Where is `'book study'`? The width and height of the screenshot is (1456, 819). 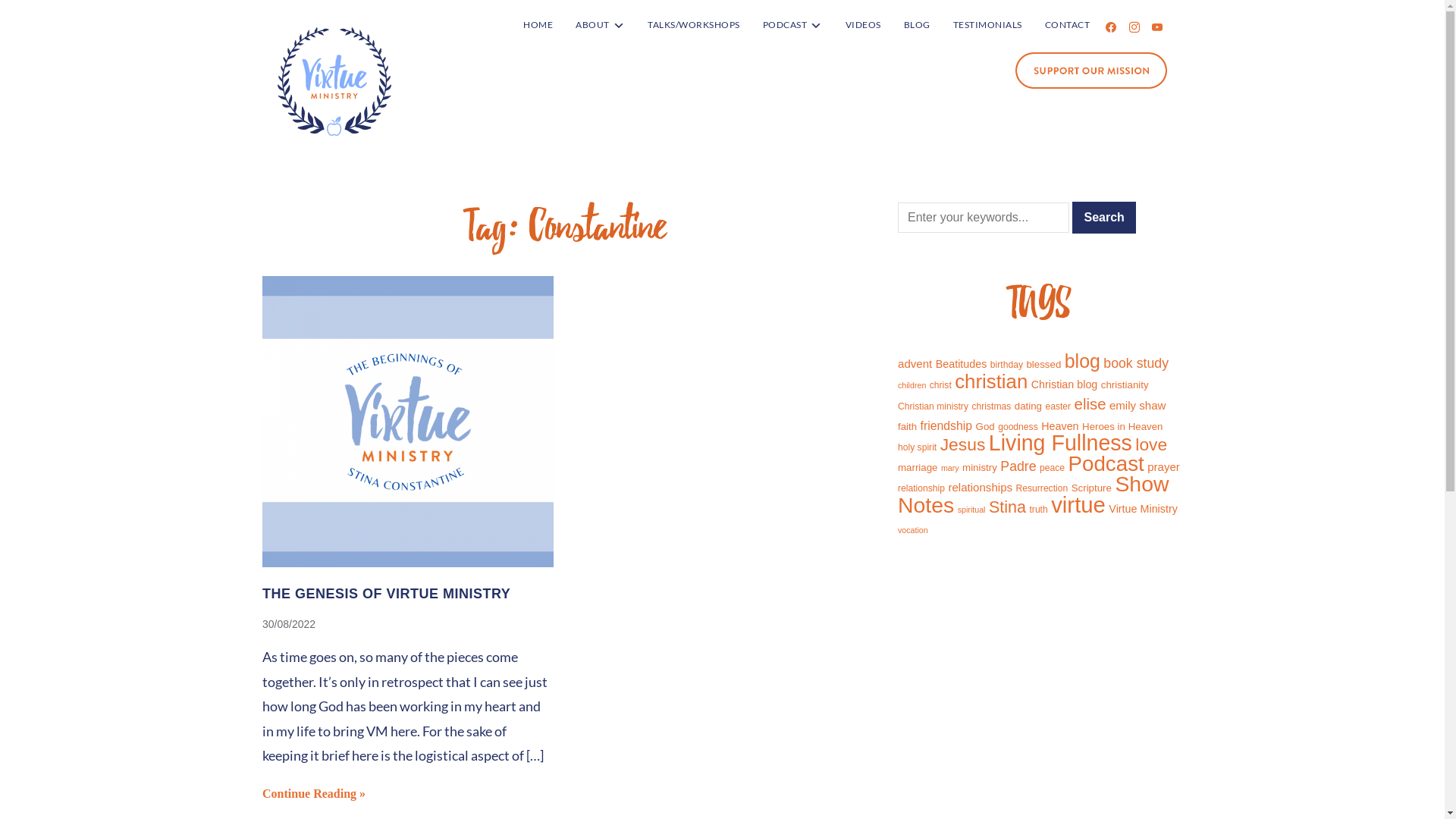 'book study' is located at coordinates (1135, 362).